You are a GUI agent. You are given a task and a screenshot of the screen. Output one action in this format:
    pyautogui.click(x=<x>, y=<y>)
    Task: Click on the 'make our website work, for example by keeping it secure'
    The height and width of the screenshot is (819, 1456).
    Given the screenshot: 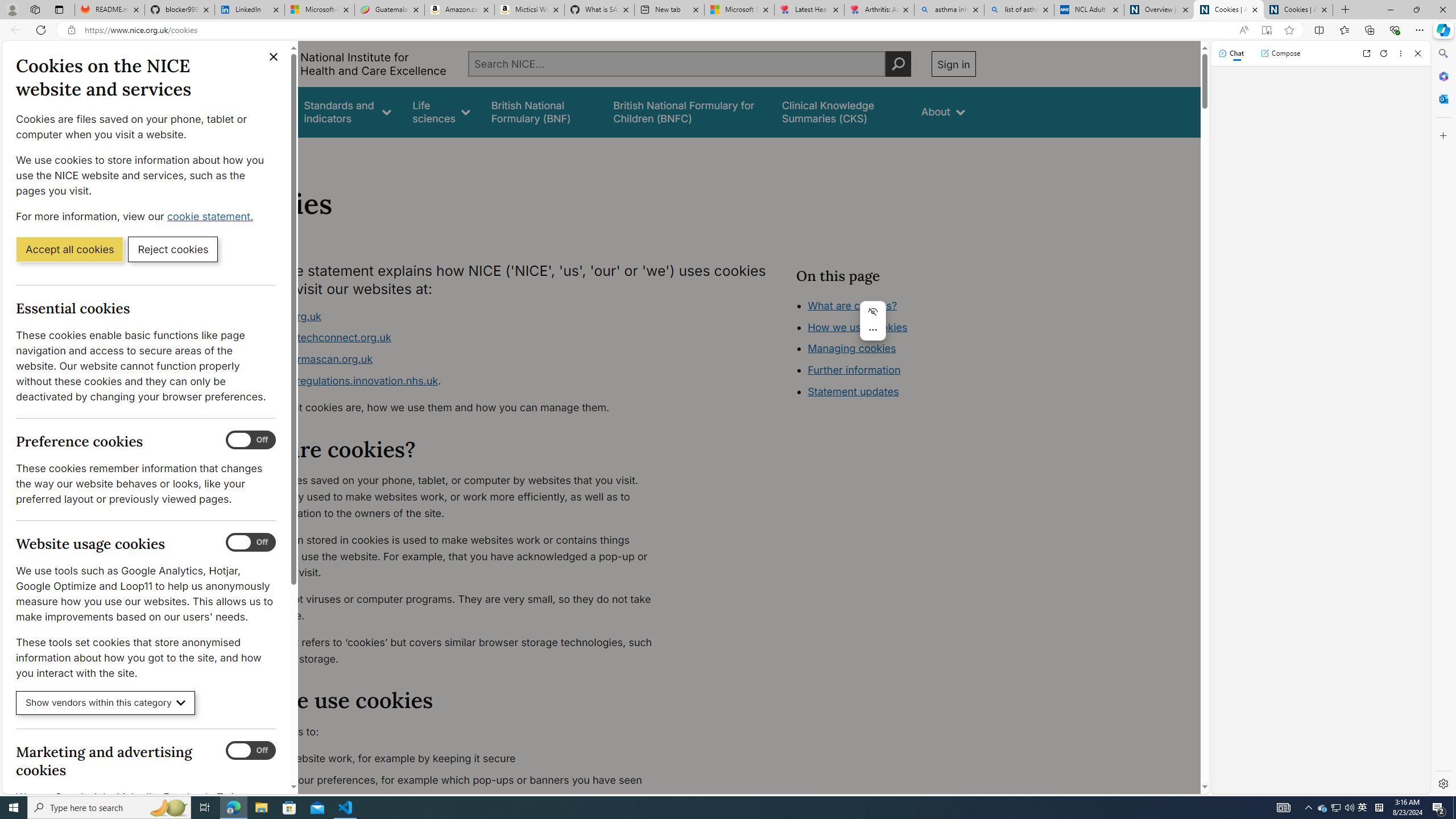 What is the action you would take?
    pyautogui.click(x=452, y=758)
    